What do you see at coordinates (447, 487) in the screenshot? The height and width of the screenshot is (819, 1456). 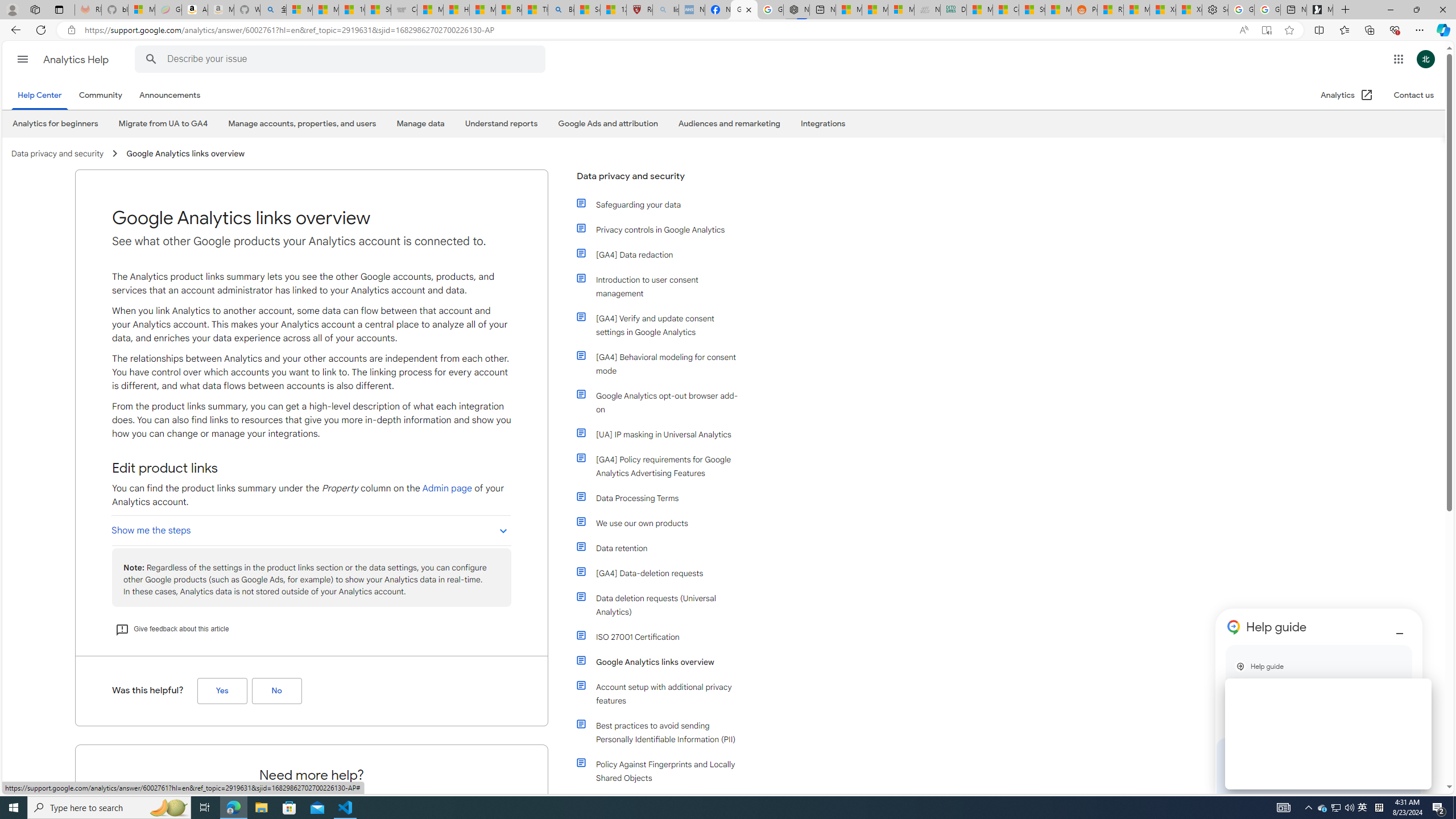 I see `'Admin page'` at bounding box center [447, 487].